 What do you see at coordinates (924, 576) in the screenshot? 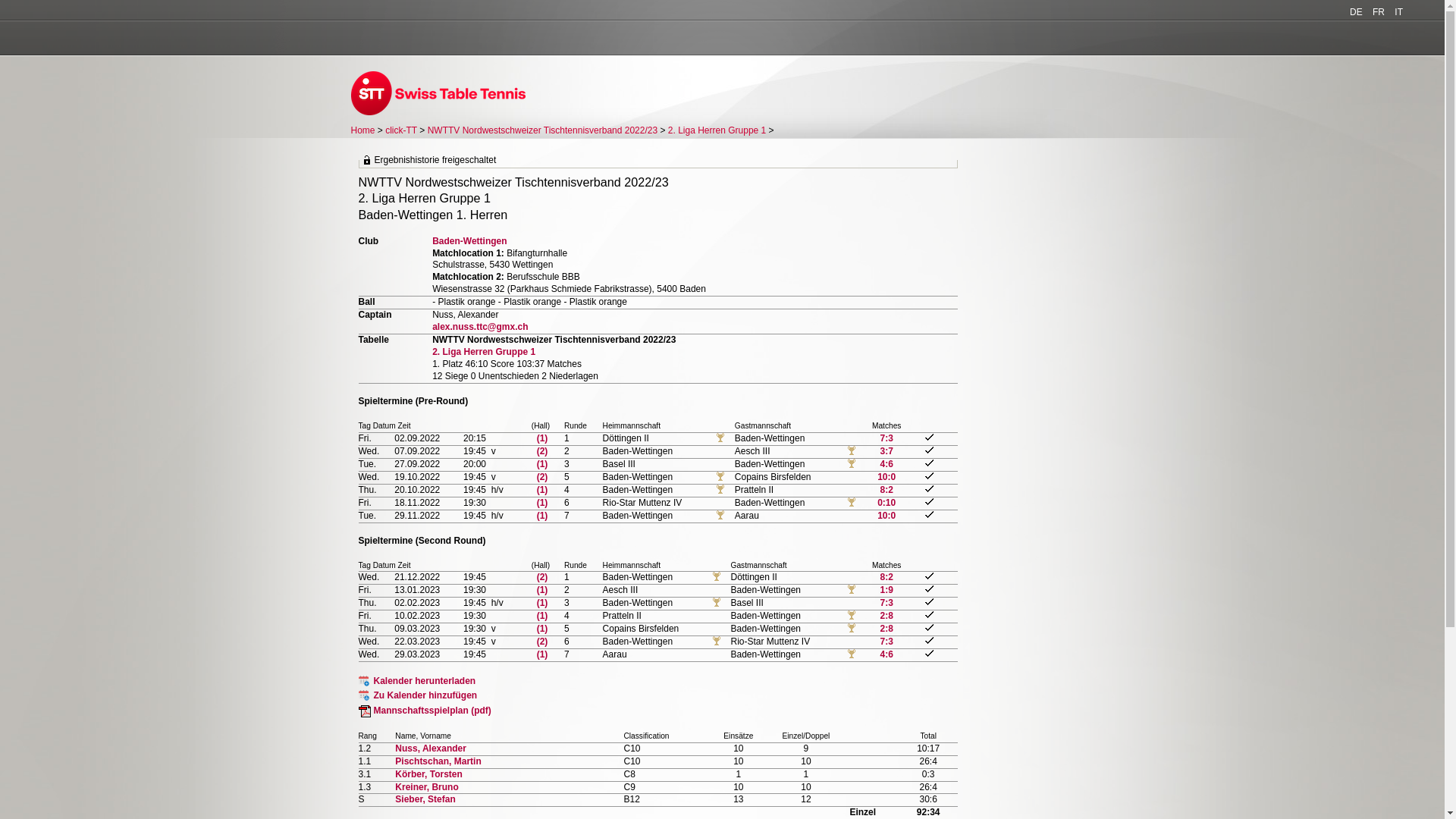
I see `'Spielbericht genehmigt'` at bounding box center [924, 576].